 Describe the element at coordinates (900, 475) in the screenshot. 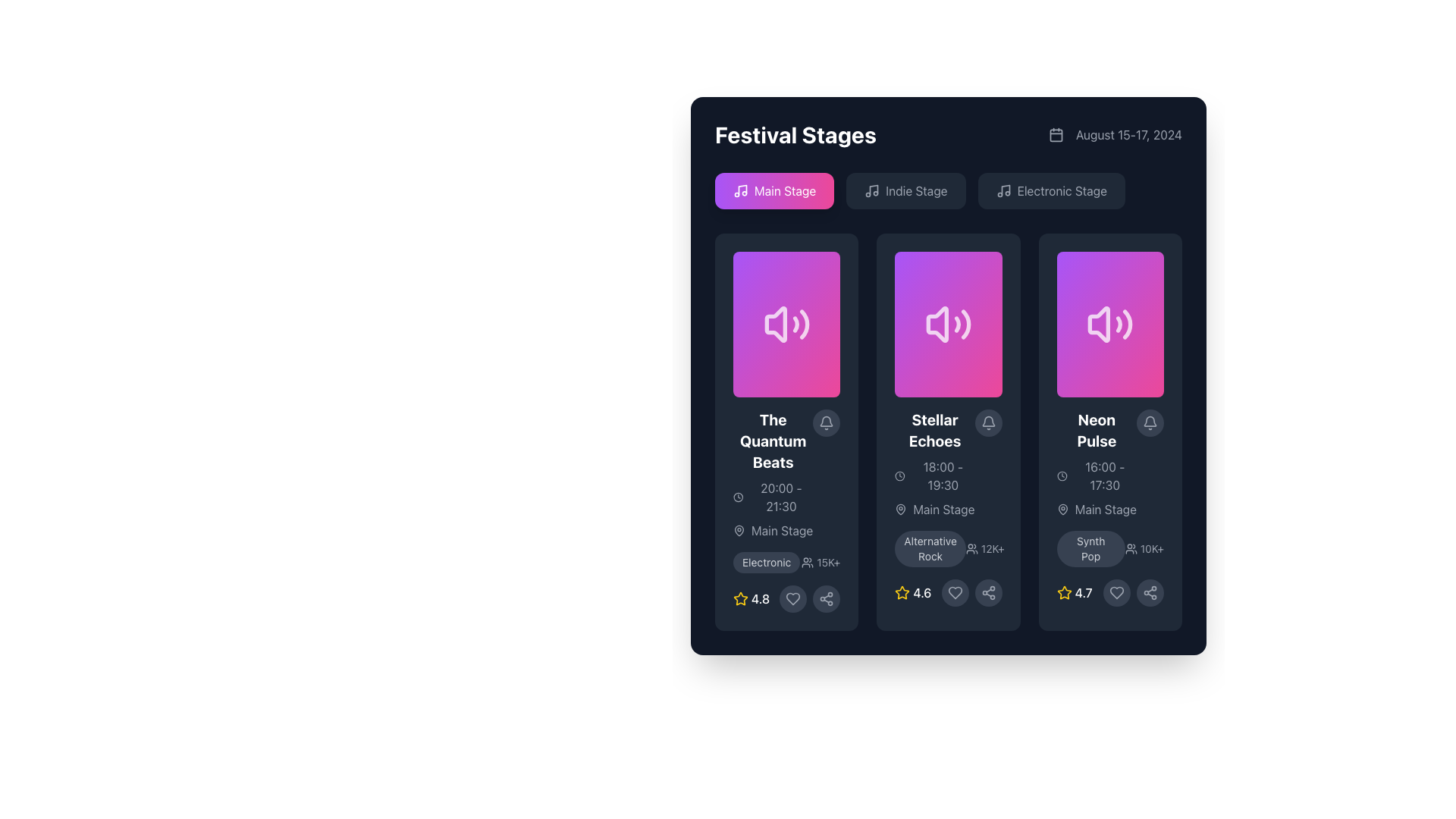

I see `the outer circular part of the clock icon located in the second card, above the text '18:00 - 19:30'` at that location.